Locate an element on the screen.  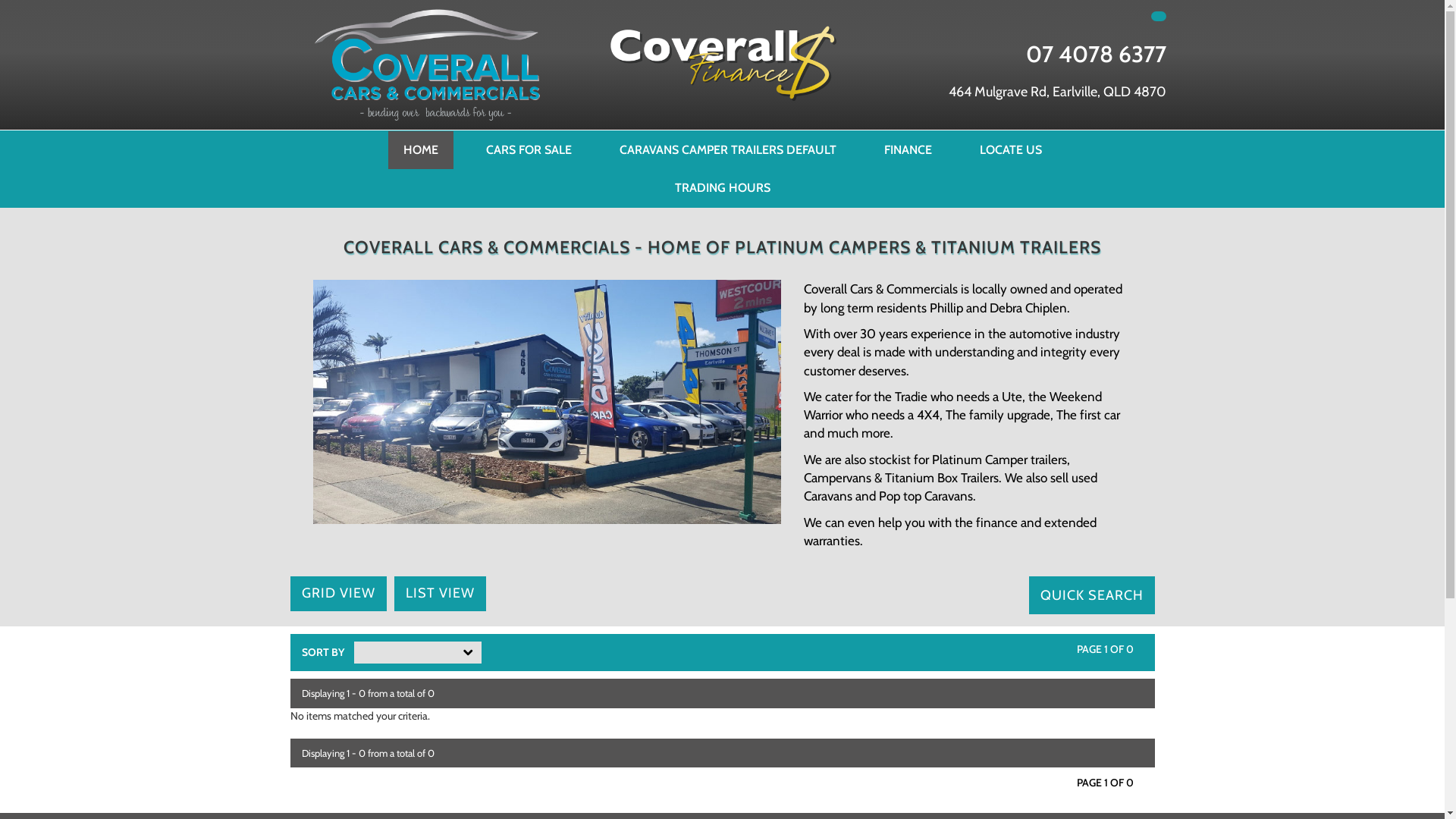
'CARS FOR SALE' is located at coordinates (528, 149).